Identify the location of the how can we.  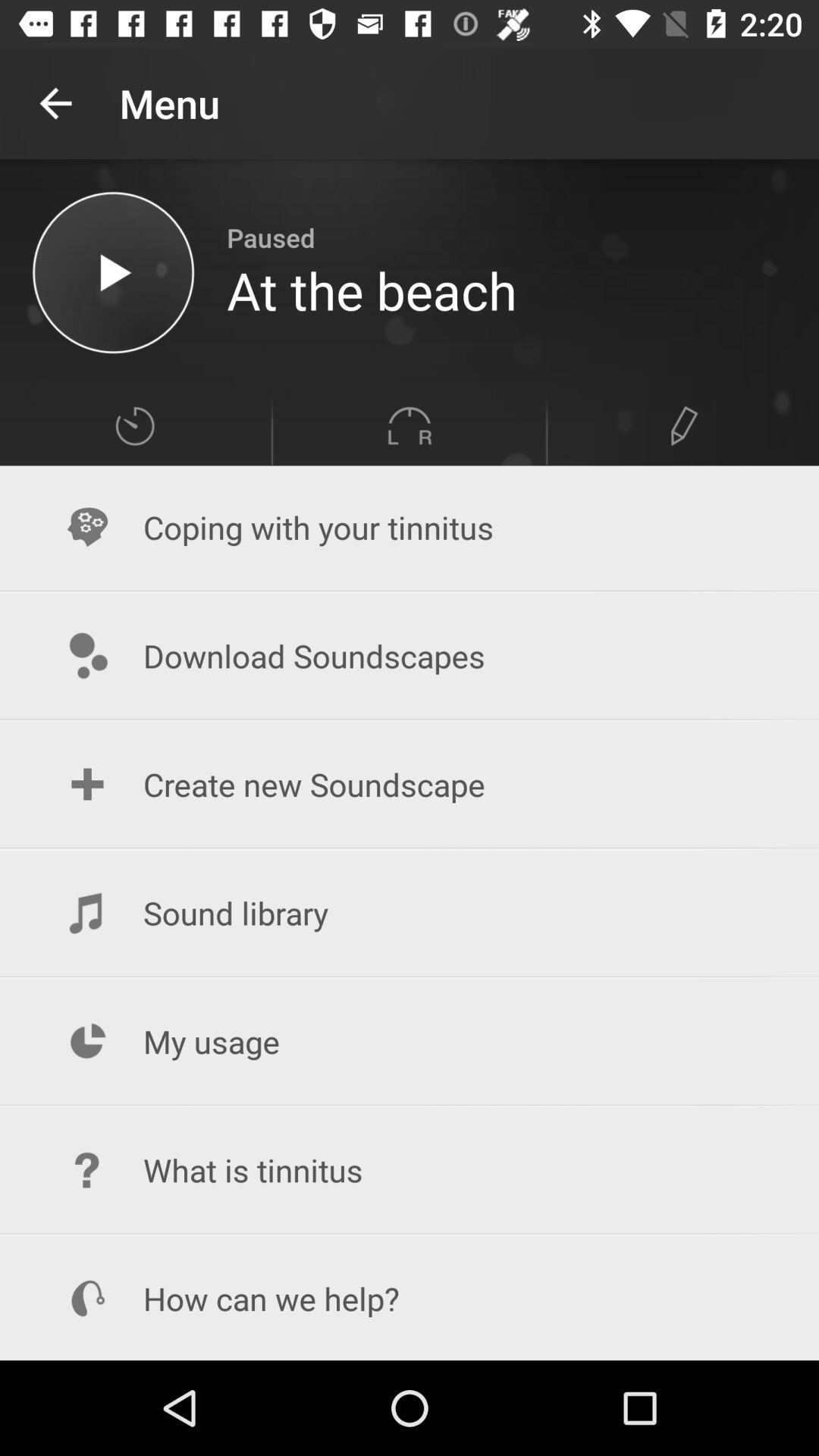
(409, 1298).